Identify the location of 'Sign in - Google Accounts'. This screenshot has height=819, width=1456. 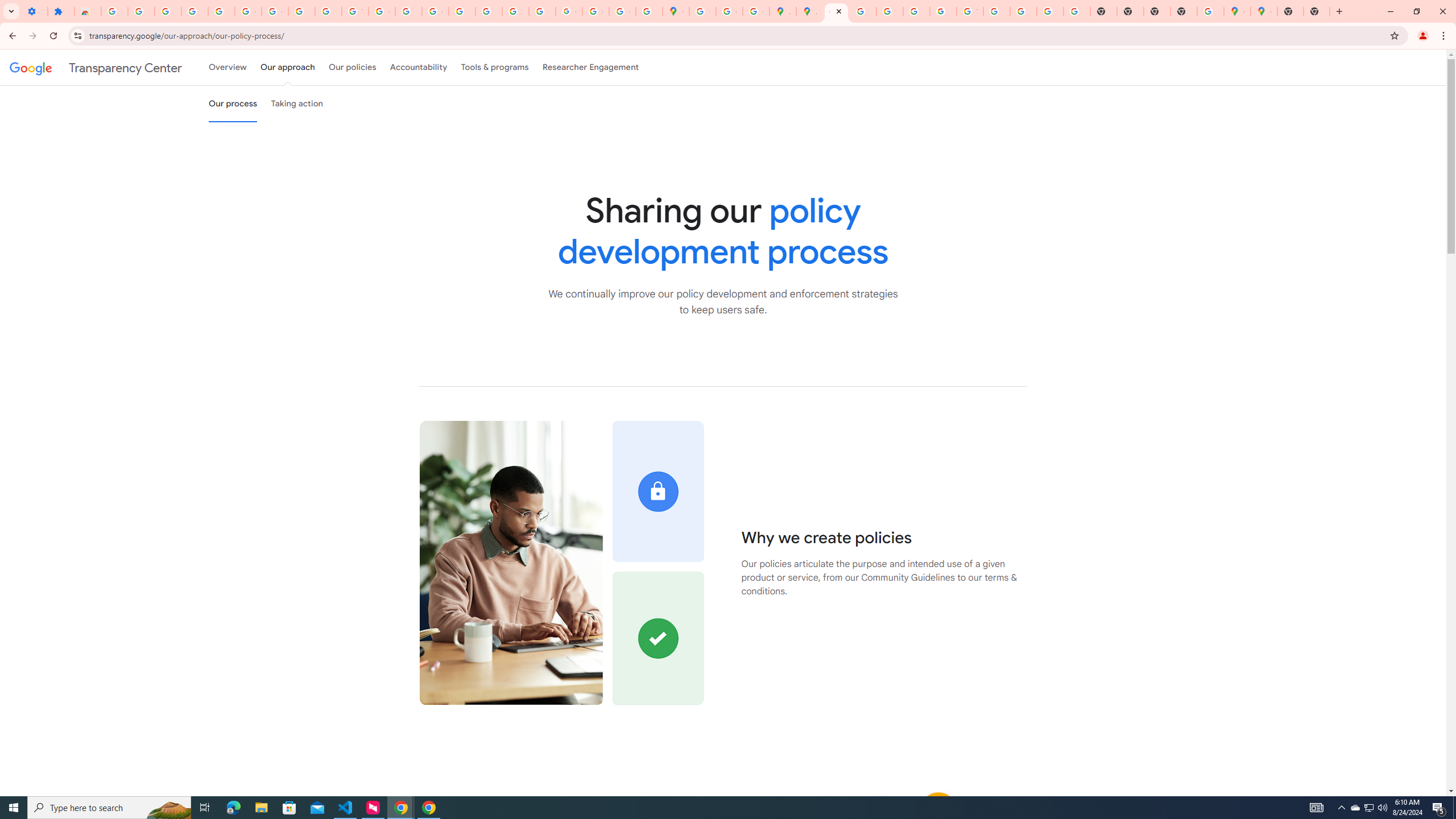
(113, 11).